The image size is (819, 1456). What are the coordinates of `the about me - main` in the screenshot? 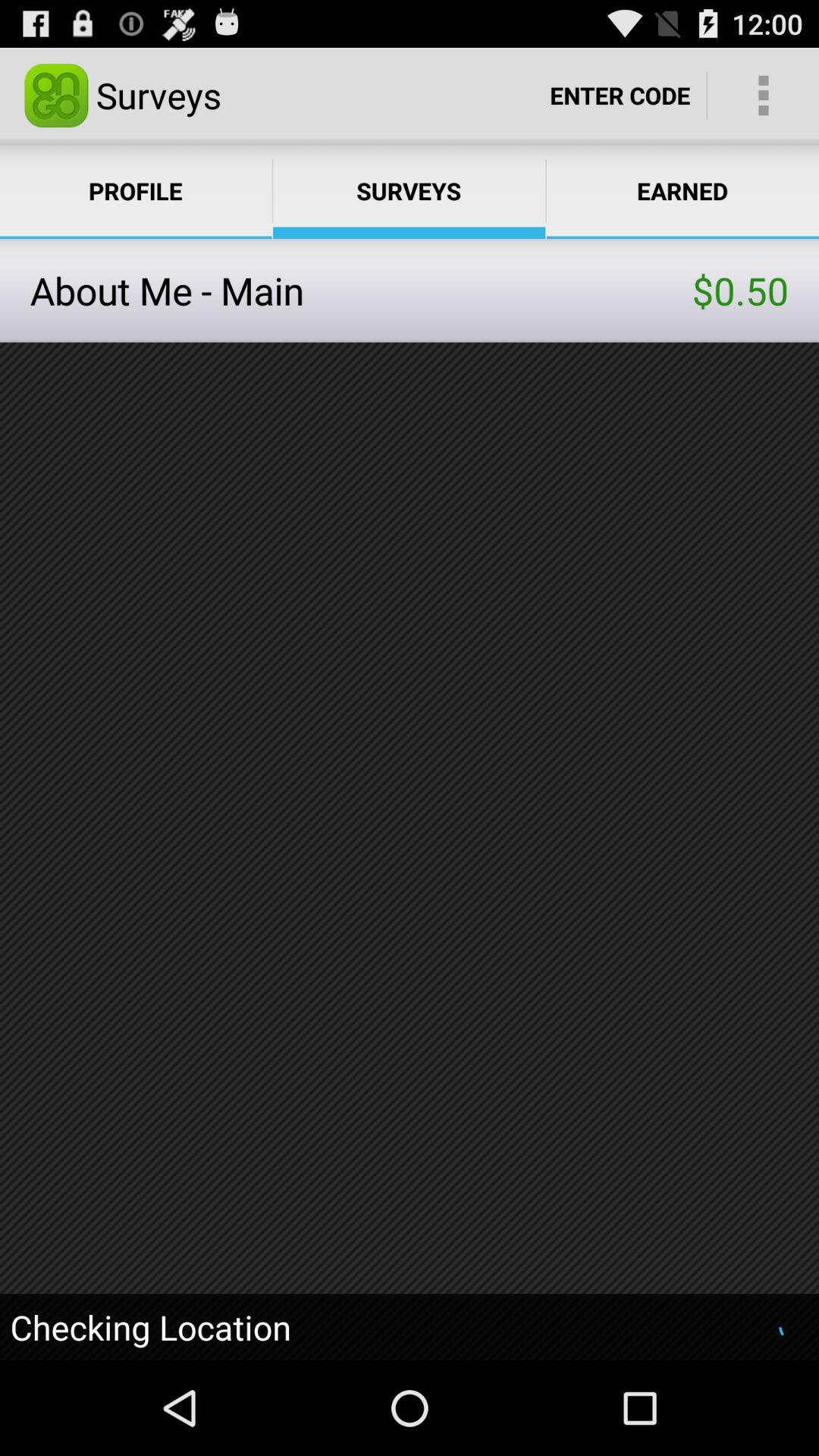 It's located at (361, 290).